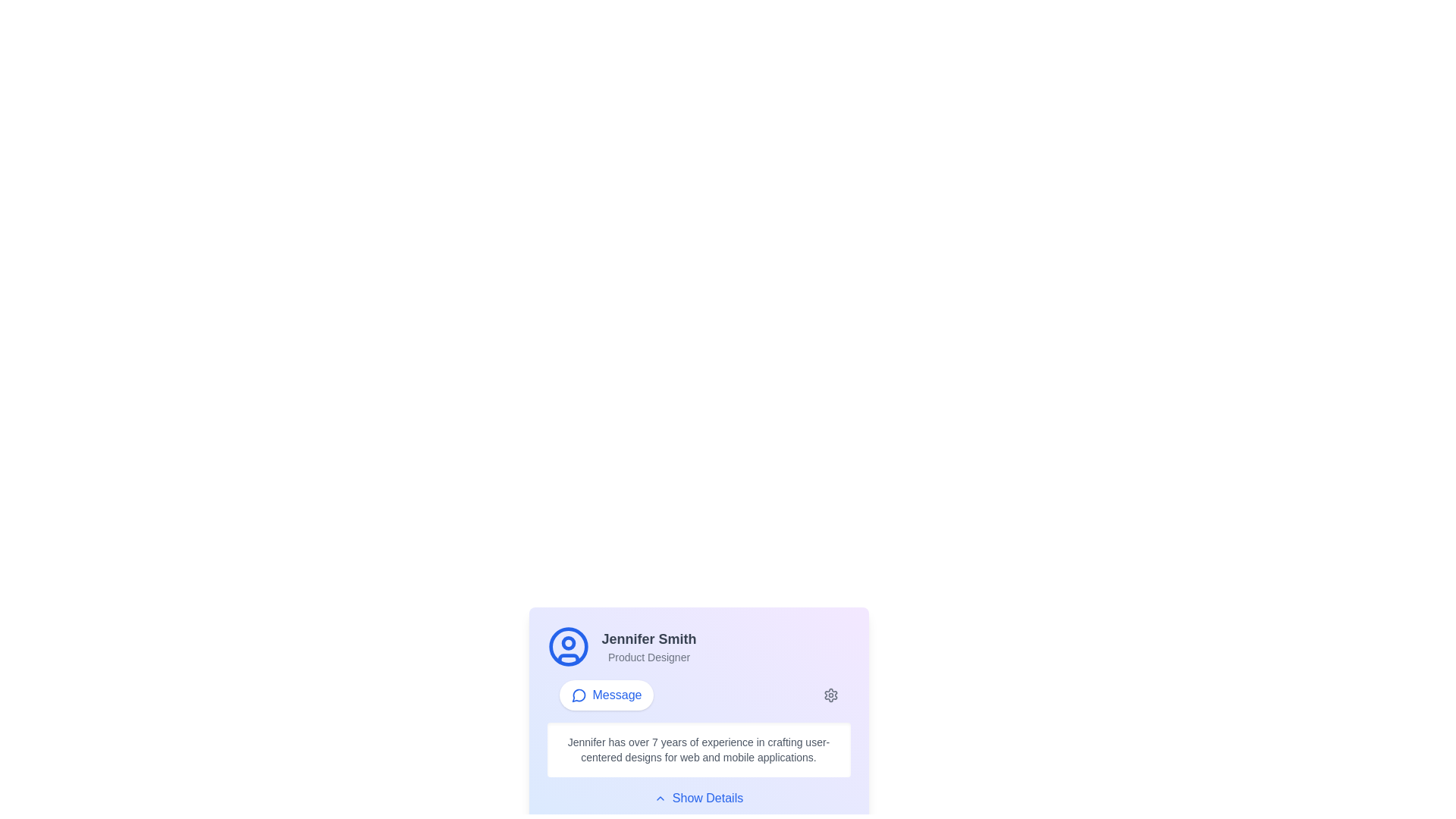 The width and height of the screenshot is (1456, 819). I want to click on the rounded rectangular button labeled 'Message' with a speech bubble icon to initiate the messaging interface, so click(605, 695).